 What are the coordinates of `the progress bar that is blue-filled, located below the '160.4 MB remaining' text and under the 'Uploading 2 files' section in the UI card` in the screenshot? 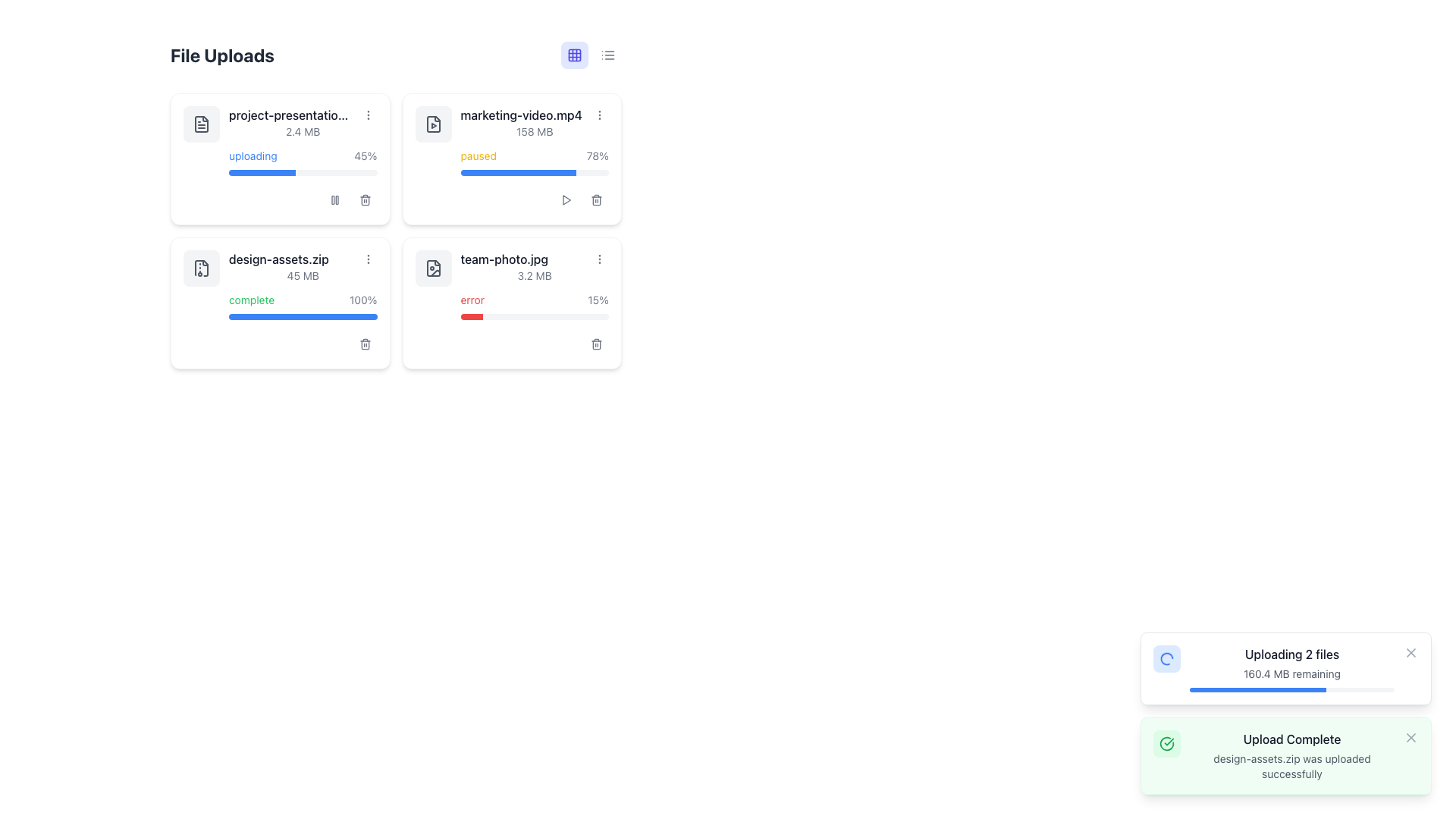 It's located at (1291, 690).